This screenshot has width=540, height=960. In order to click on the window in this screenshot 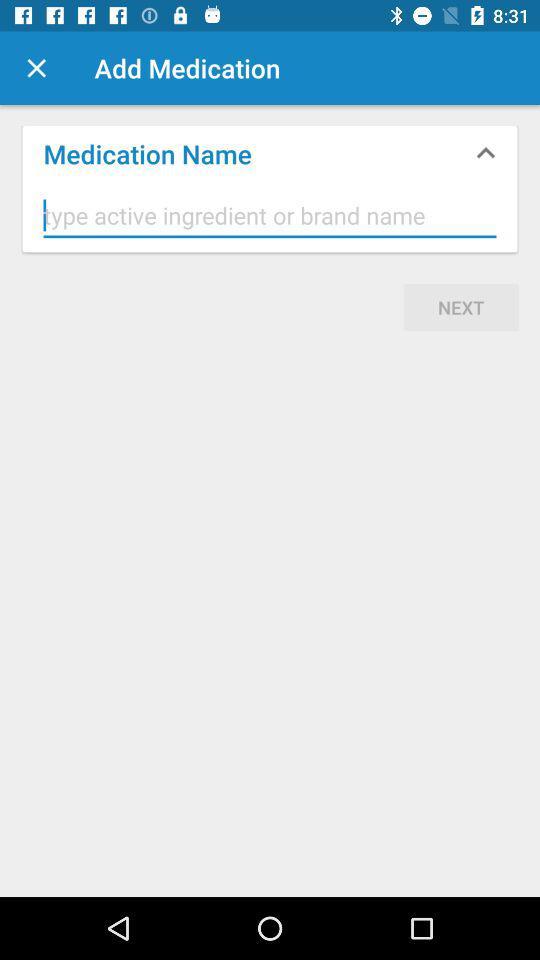, I will do `click(36, 68)`.